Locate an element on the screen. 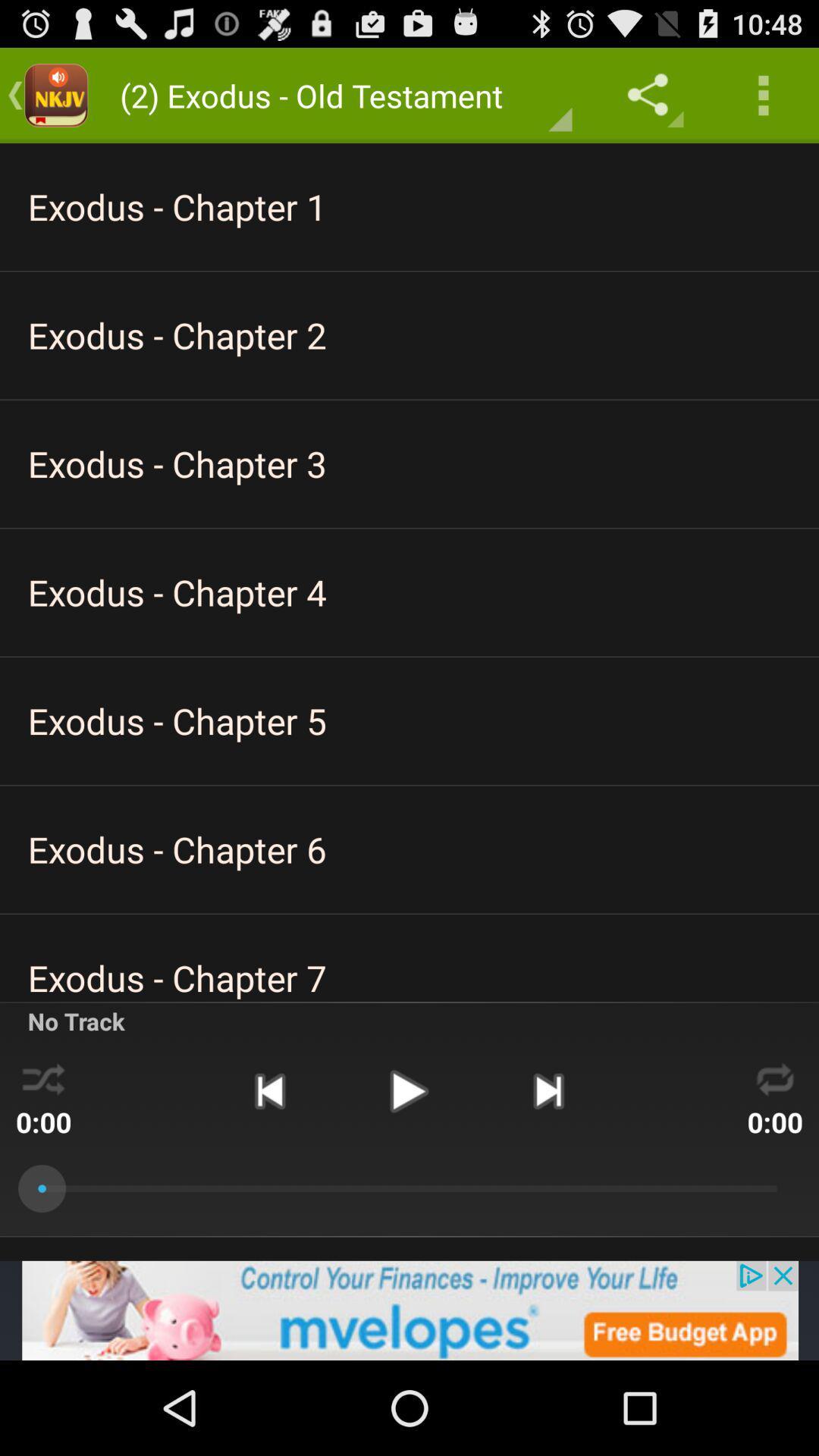 Image resolution: width=819 pixels, height=1456 pixels. 2 exodus  old testament is located at coordinates (337, 94).